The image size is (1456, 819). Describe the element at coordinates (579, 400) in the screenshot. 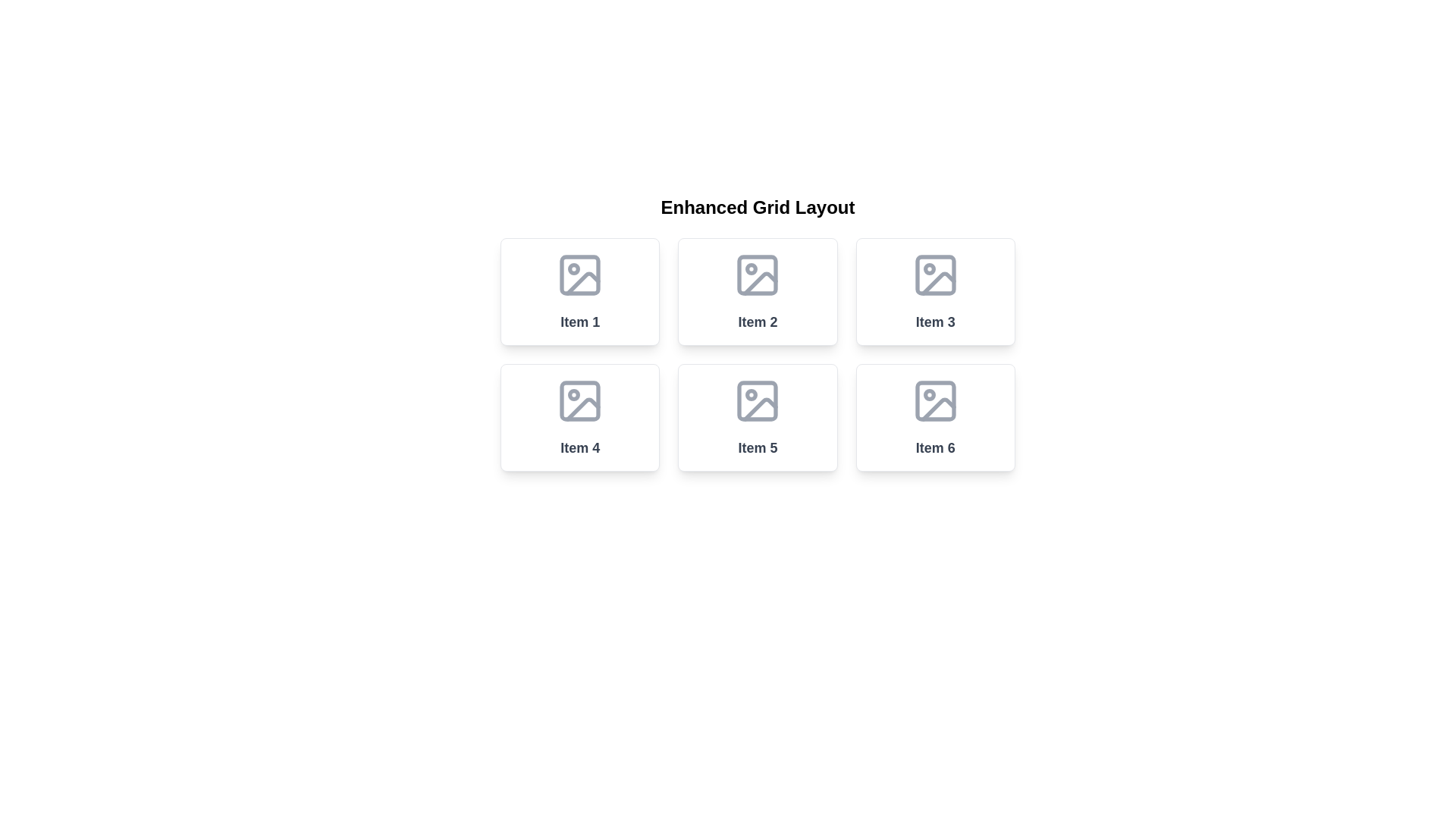

I see `the icon that resembles a picture frame, which is located in the fourth grid item labeled 'Item 4' in the second row and first column of the grid layout` at that location.